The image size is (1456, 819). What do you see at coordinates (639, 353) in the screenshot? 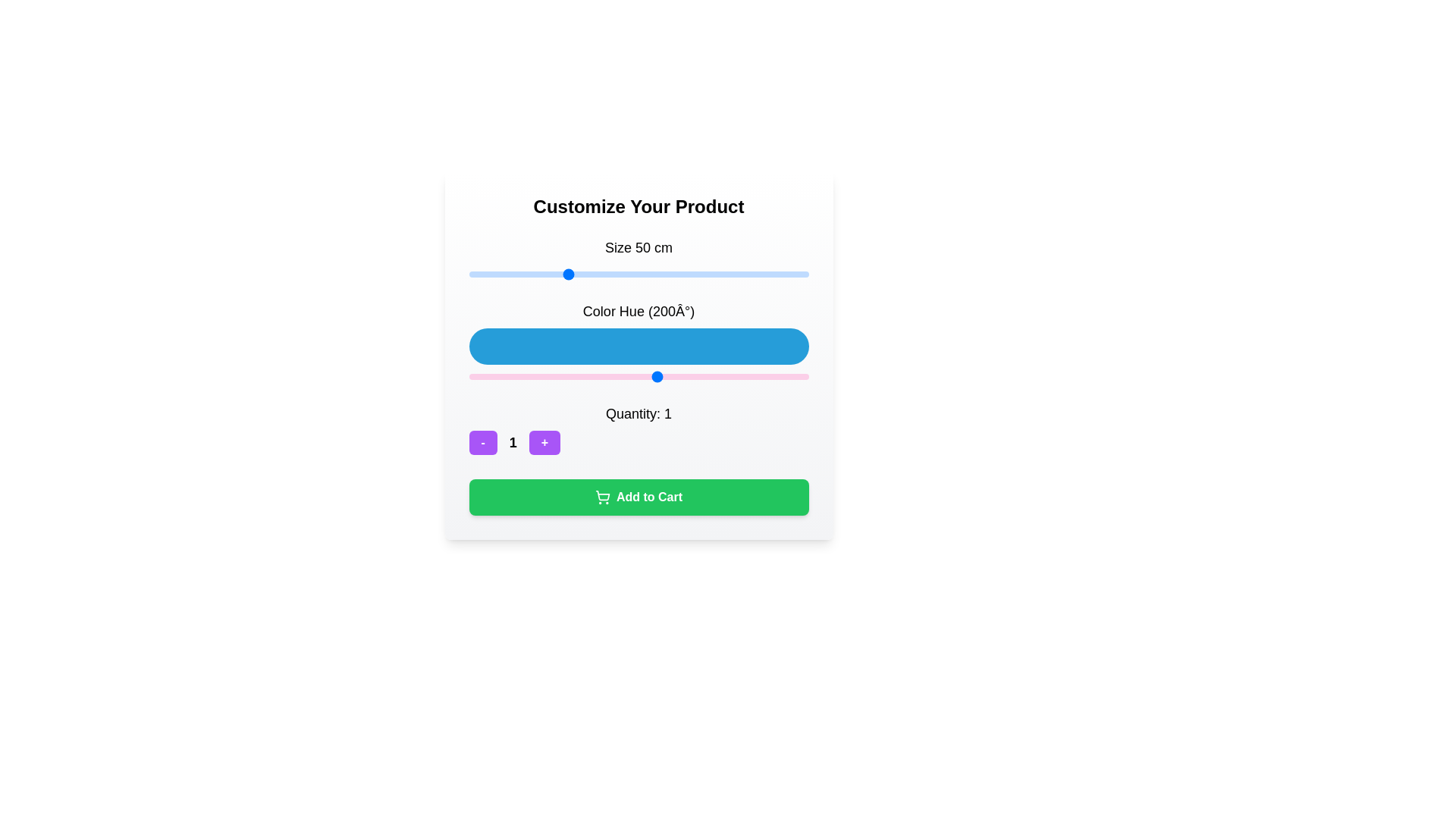
I see `the interactive blue slider component labeled 'Color Hue (200°)'` at bounding box center [639, 353].